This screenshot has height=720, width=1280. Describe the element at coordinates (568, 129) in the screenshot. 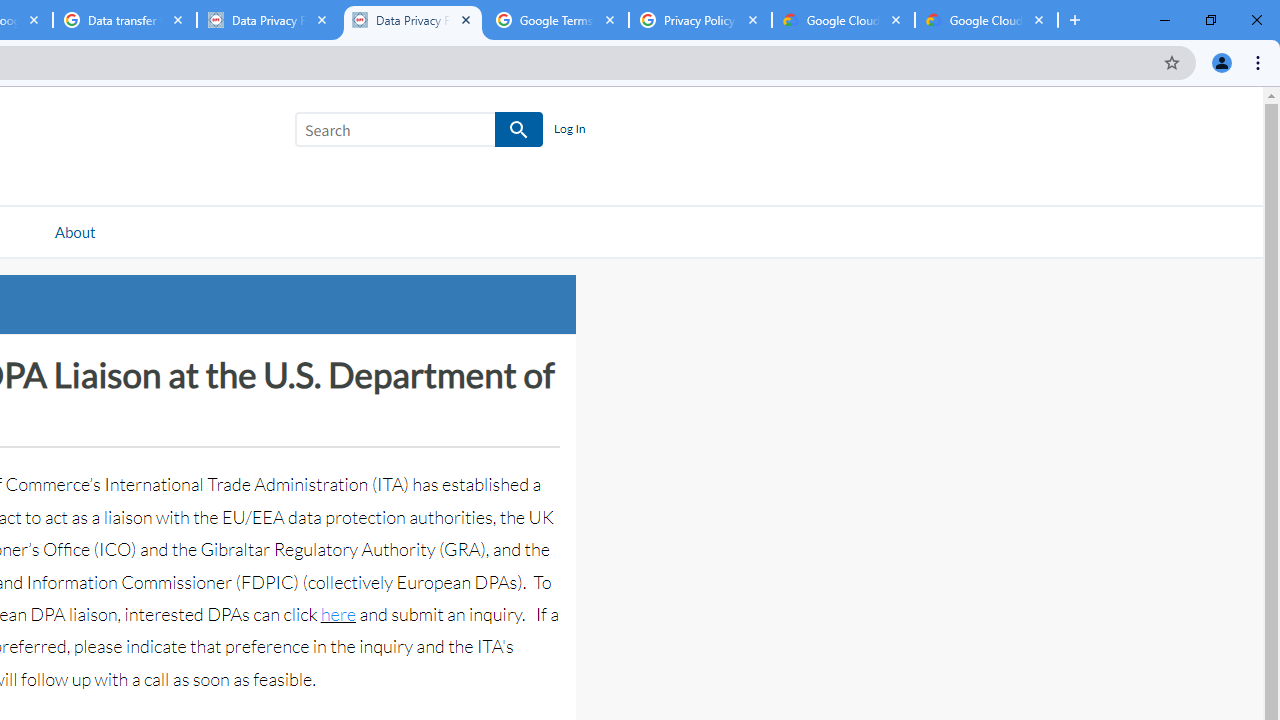

I see `'Log In'` at that location.